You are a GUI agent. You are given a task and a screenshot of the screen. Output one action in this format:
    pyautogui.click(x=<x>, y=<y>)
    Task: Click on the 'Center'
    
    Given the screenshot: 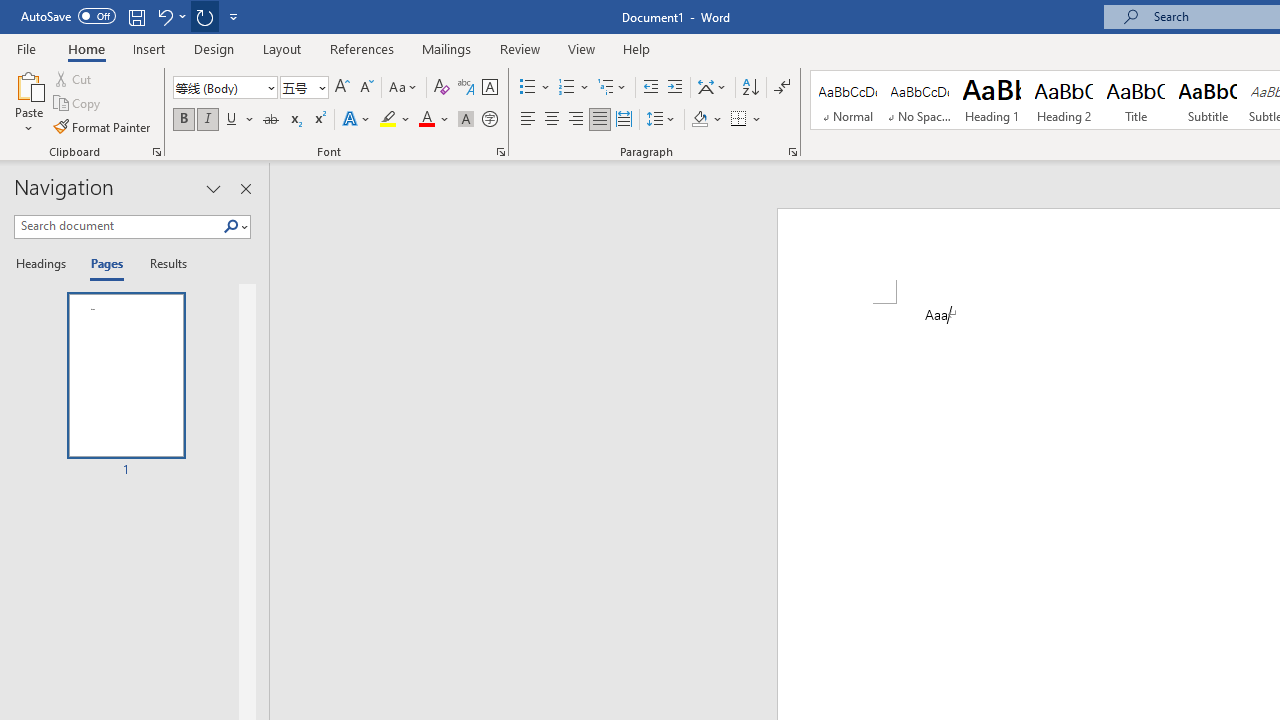 What is the action you would take?
    pyautogui.click(x=552, y=119)
    